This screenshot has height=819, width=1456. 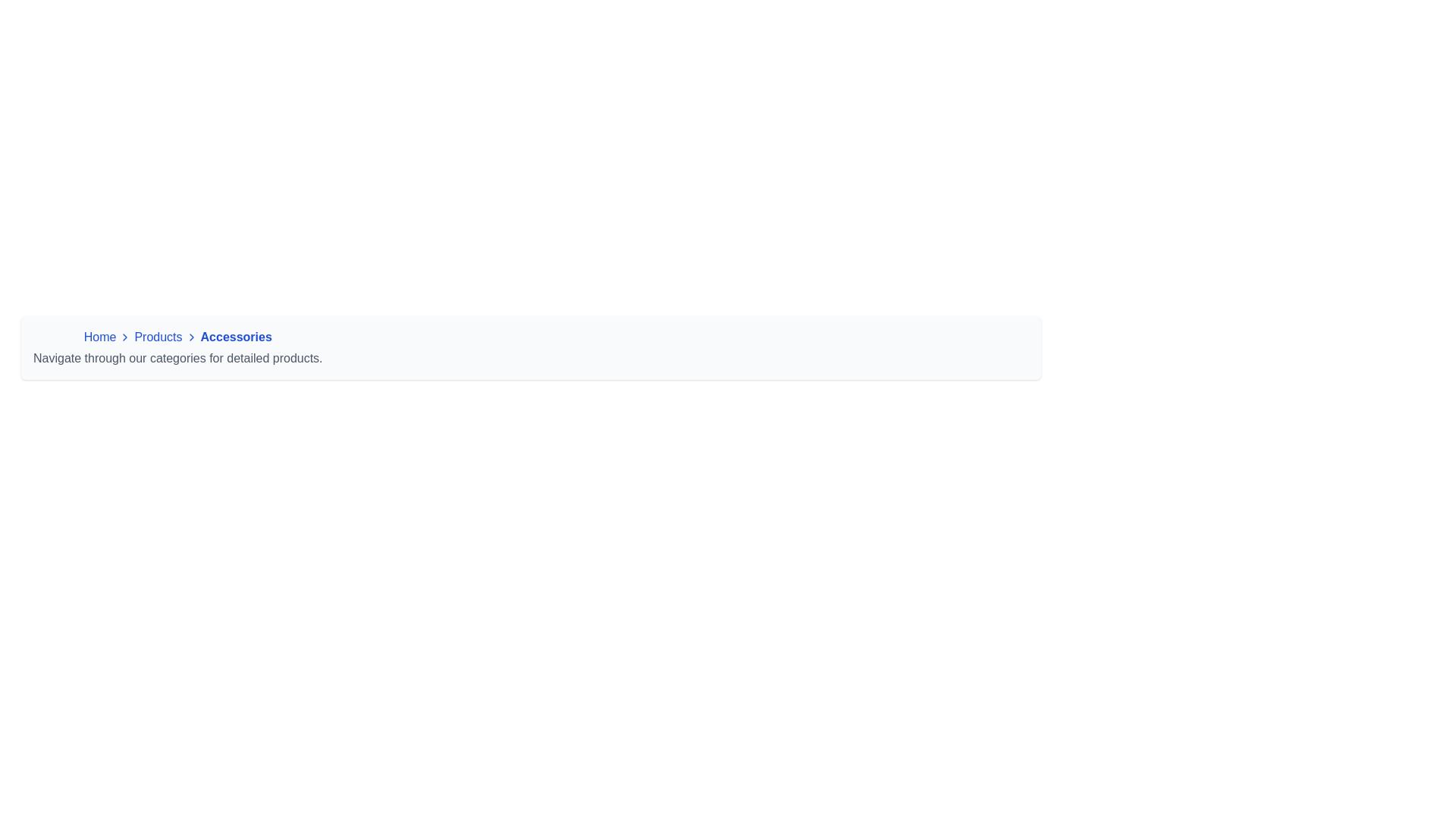 What do you see at coordinates (235, 336) in the screenshot?
I see `the static text label 'Accessories', which is the third segment in the breadcrumb navigation bar, displayed in bold blue font` at bounding box center [235, 336].